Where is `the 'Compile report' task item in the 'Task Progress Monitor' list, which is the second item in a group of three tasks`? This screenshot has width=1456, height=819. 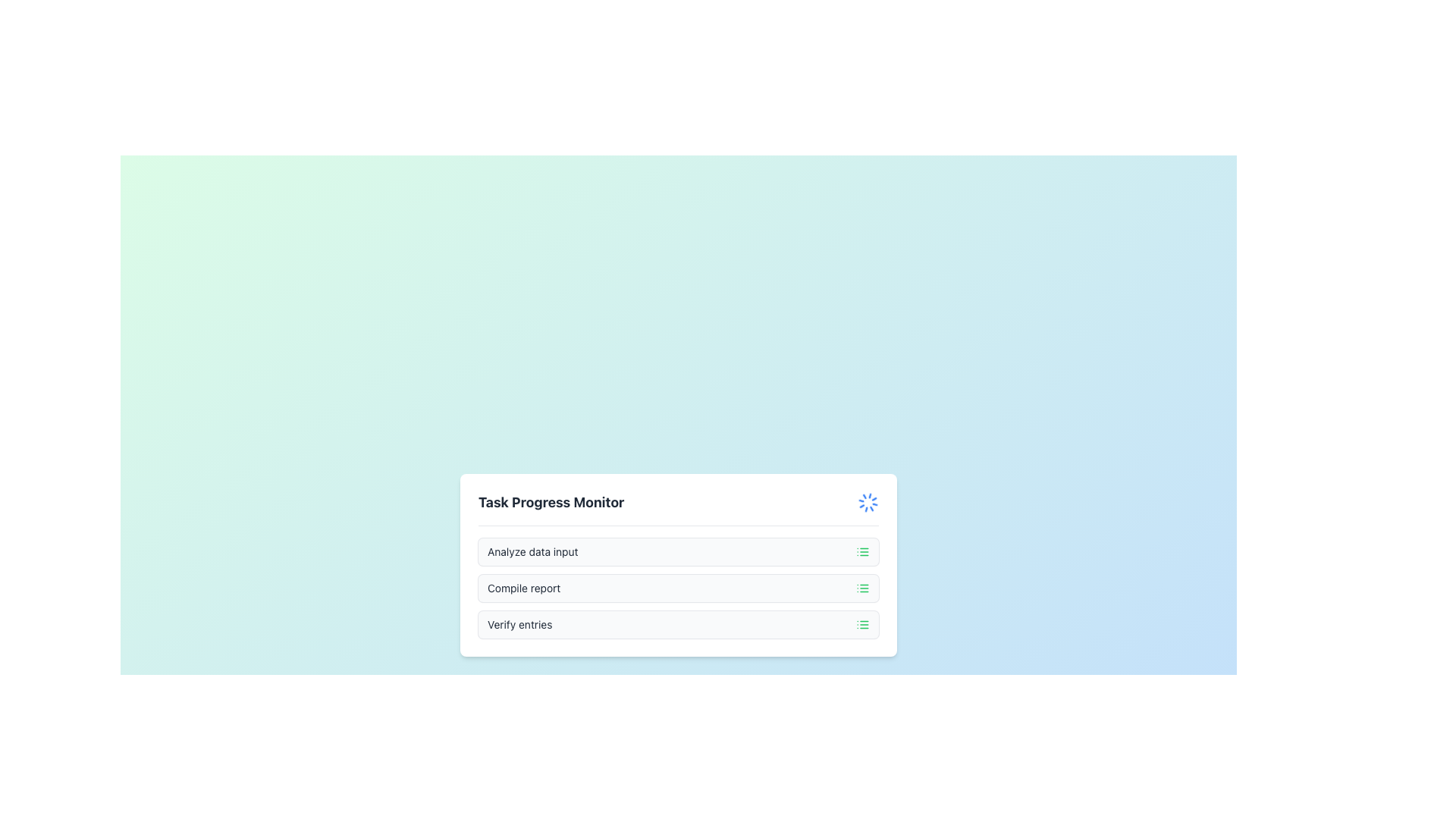 the 'Compile report' task item in the 'Task Progress Monitor' list, which is the second item in a group of three tasks is located at coordinates (677, 587).